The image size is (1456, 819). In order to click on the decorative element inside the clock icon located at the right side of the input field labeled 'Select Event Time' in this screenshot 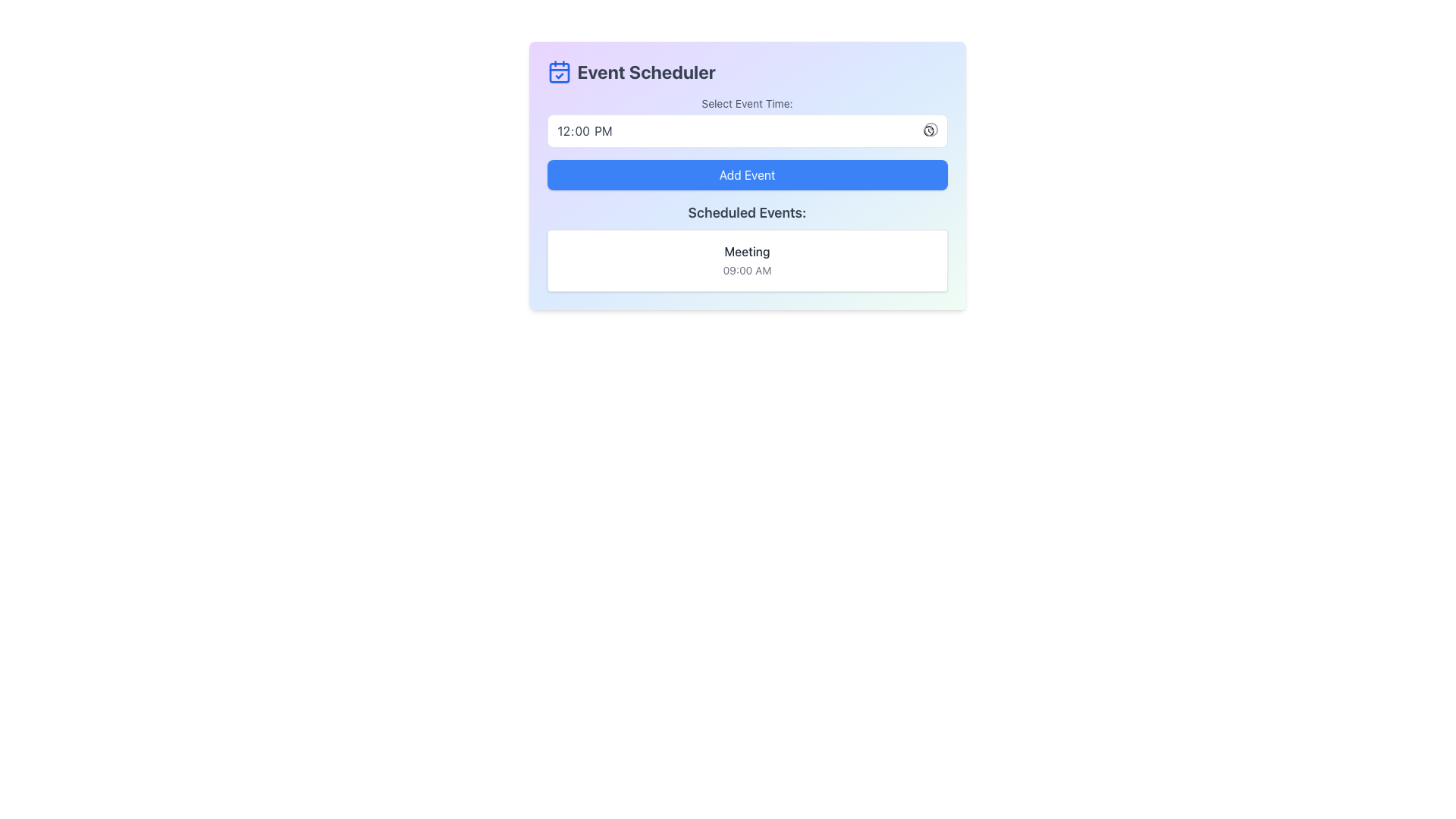, I will do `click(930, 128)`.